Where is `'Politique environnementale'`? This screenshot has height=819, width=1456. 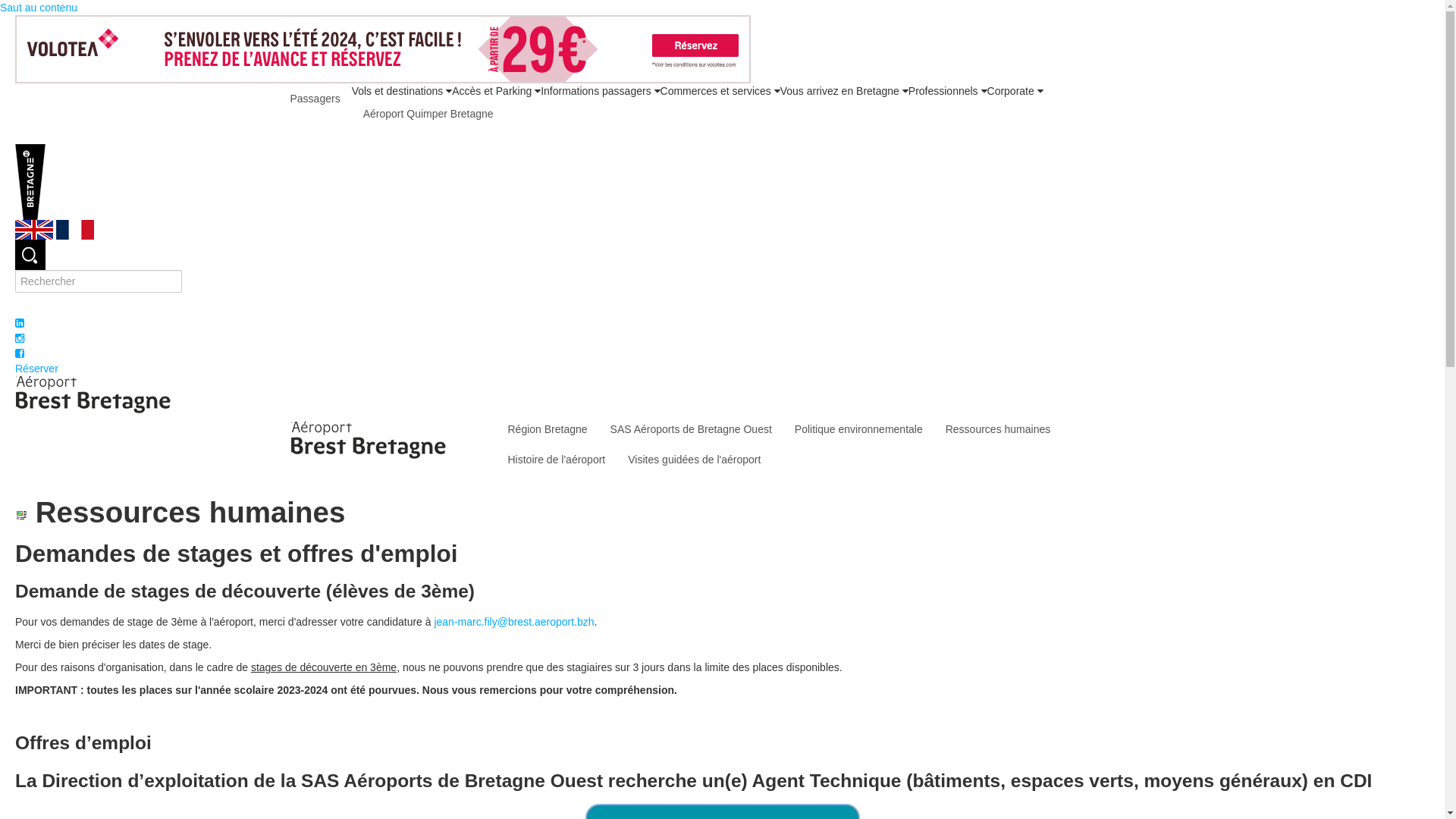
'Politique environnementale' is located at coordinates (783, 429).